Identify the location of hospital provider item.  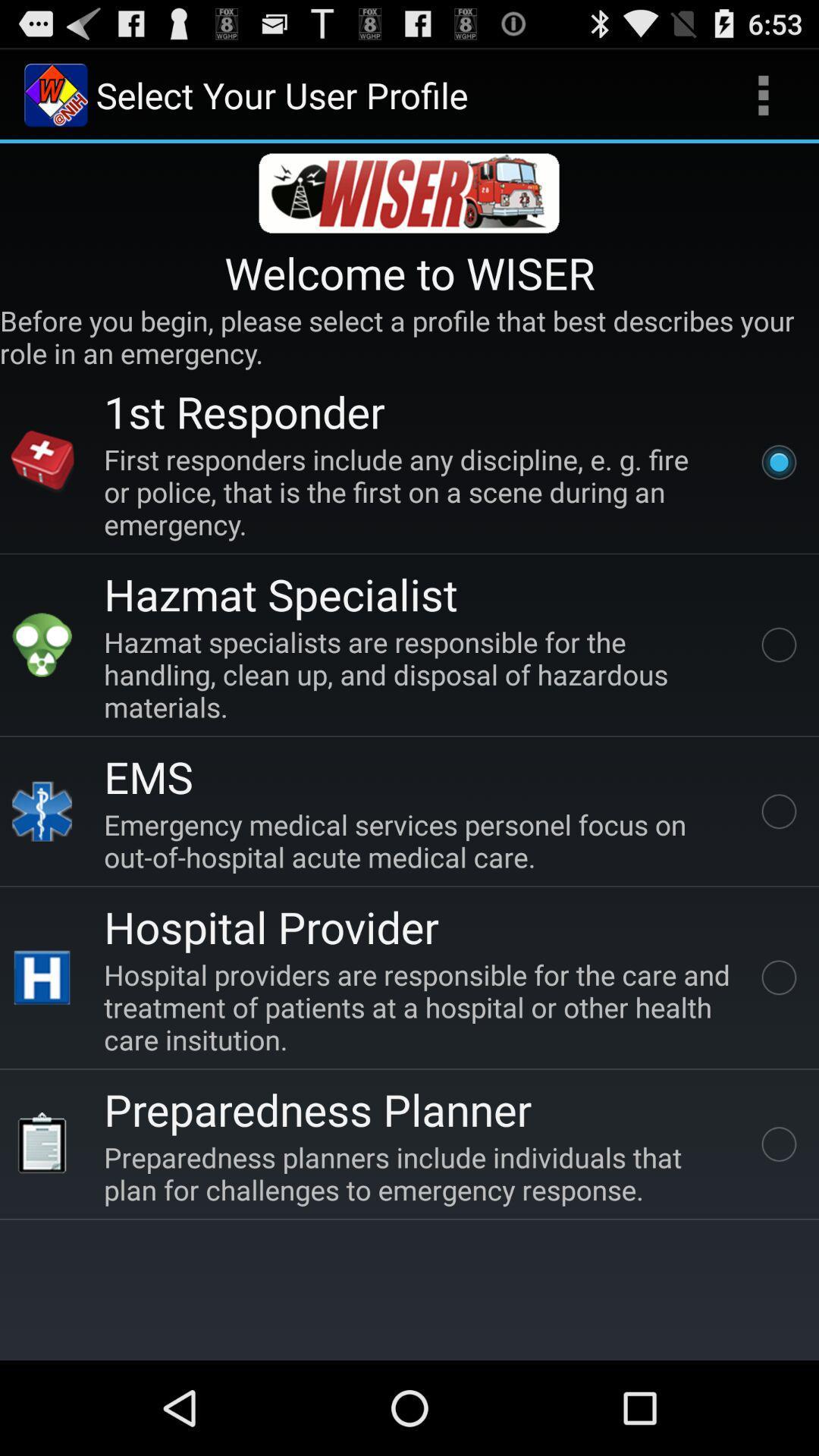
(271, 926).